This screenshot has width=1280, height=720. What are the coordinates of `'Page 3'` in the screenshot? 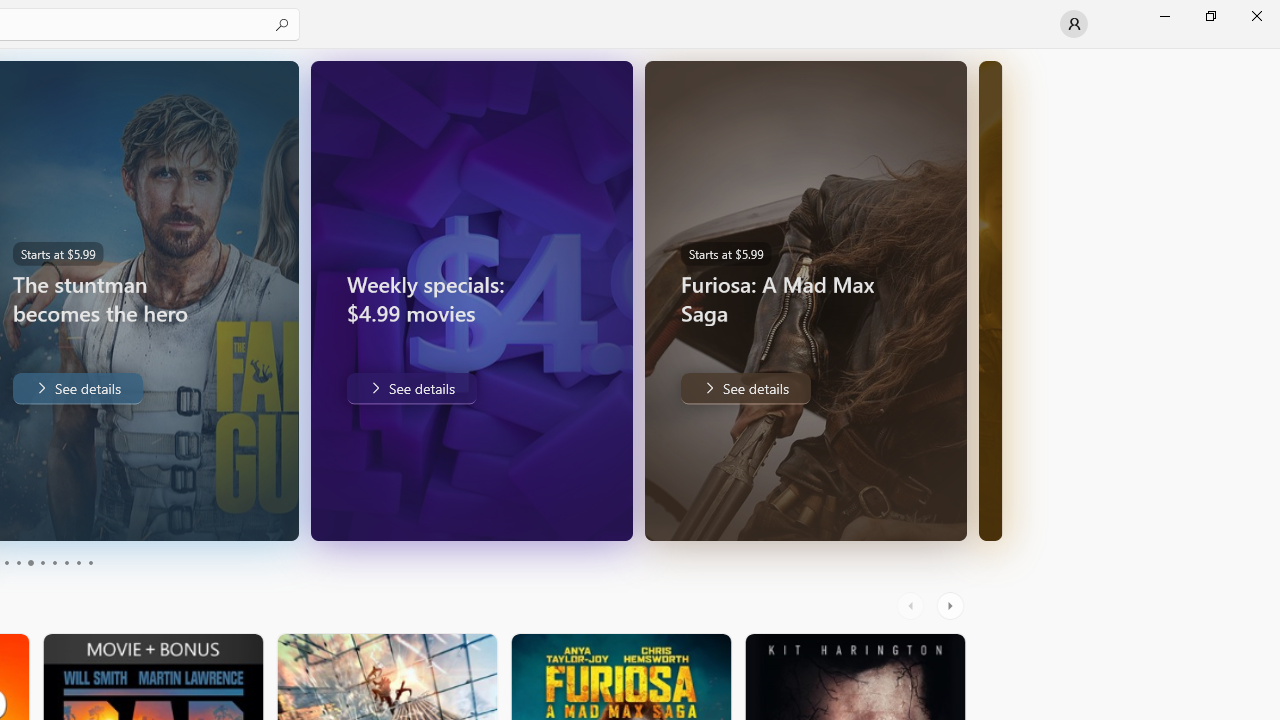 It's located at (5, 563).